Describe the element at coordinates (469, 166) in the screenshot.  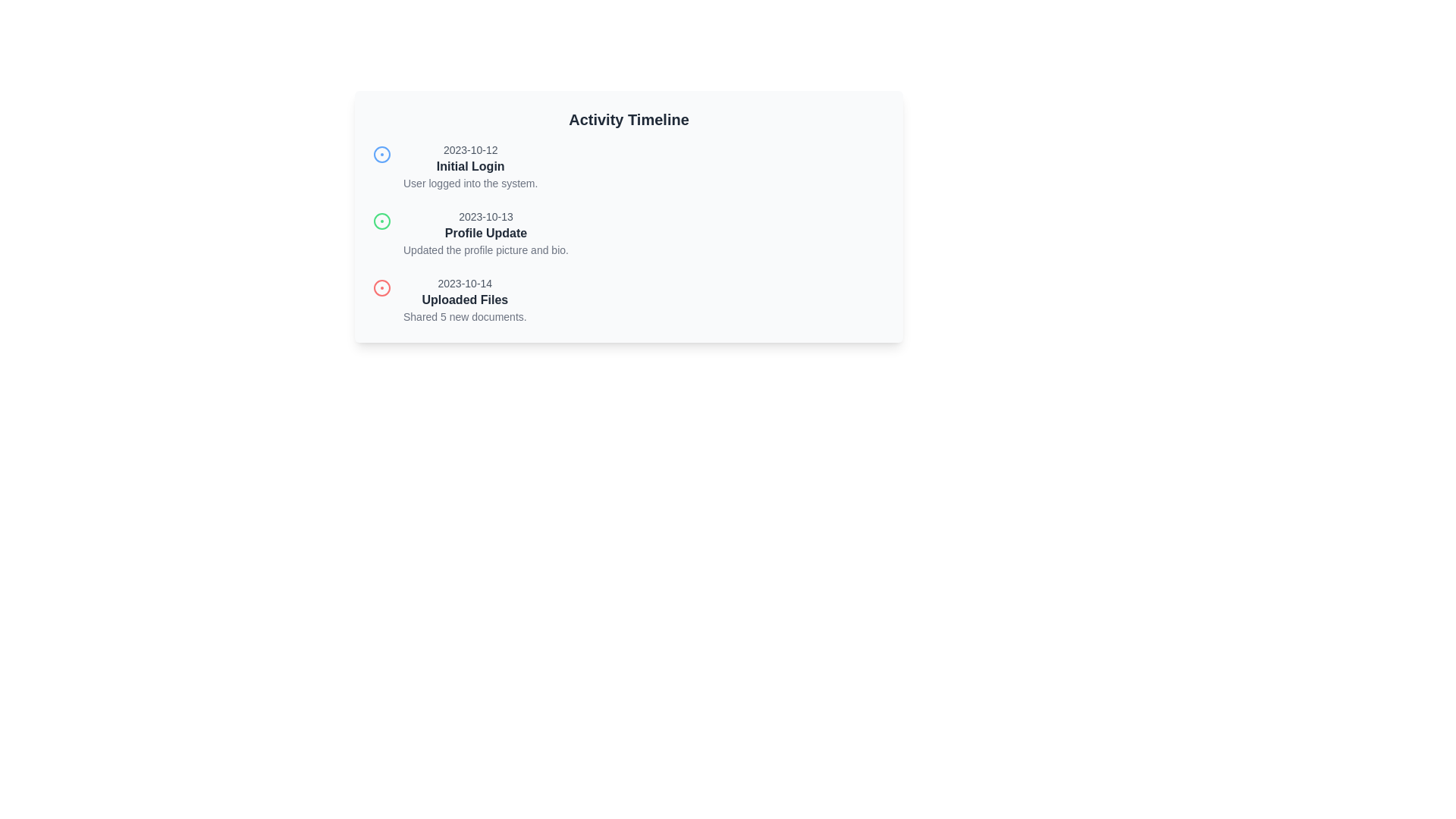
I see `text content from the topmost structured text block in the timeline that details the 'Initial Login' event` at that location.